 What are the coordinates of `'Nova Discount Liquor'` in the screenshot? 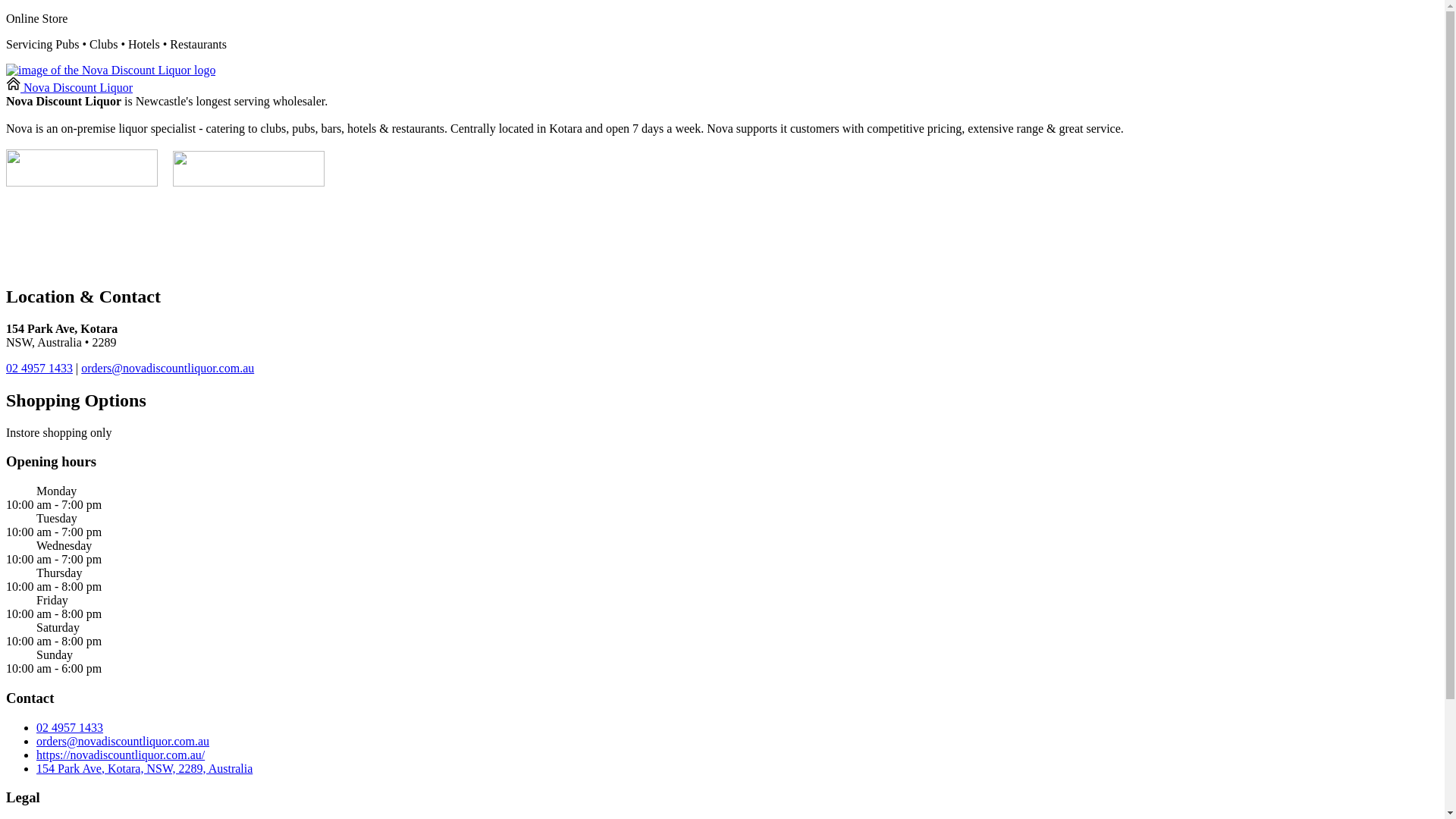 It's located at (68, 87).